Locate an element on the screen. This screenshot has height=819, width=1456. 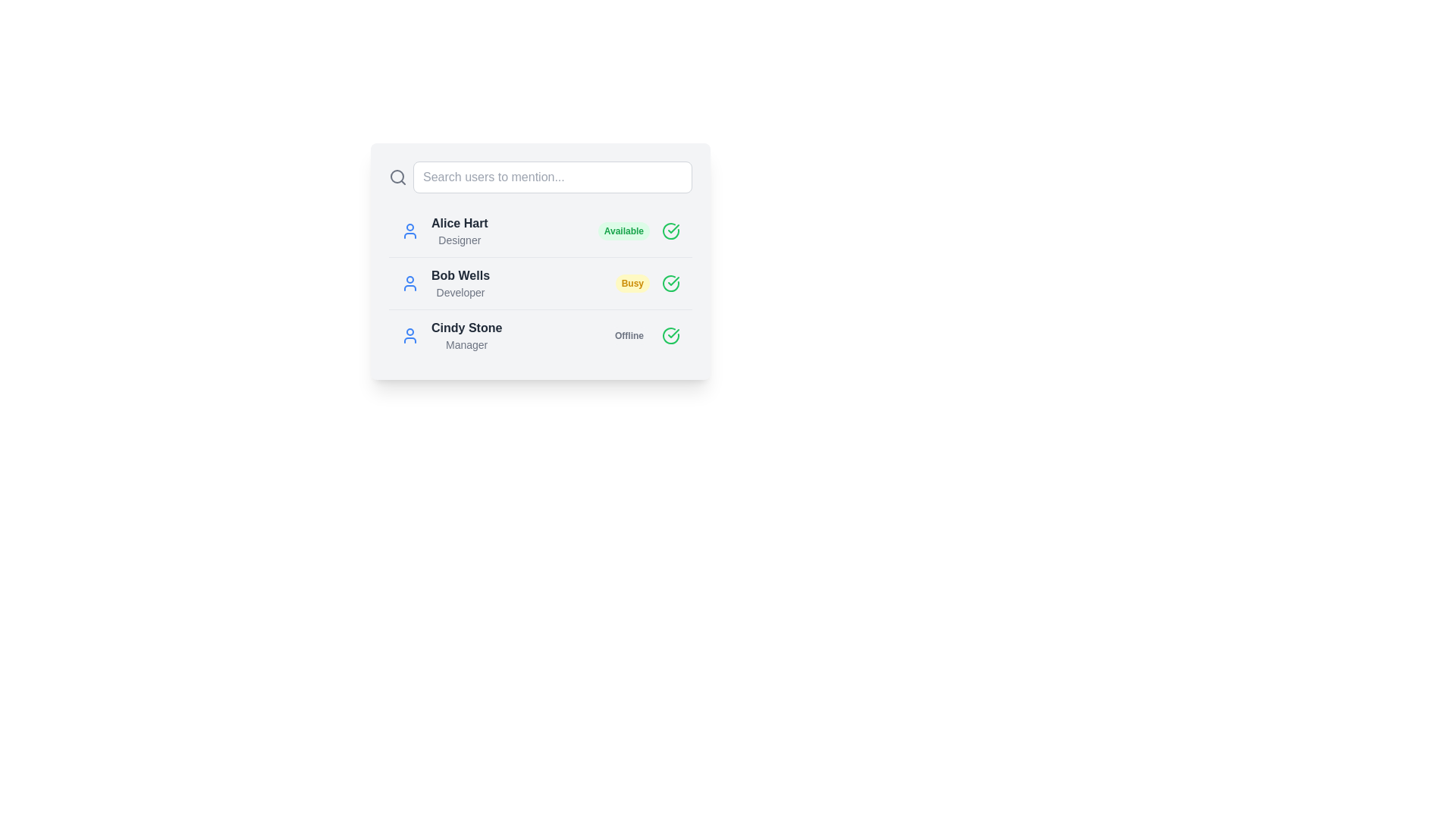
user profile Text label displaying the user's name and role, located in the third row of the list, between 'Bob Wells' and 'Offline' is located at coordinates (466, 335).